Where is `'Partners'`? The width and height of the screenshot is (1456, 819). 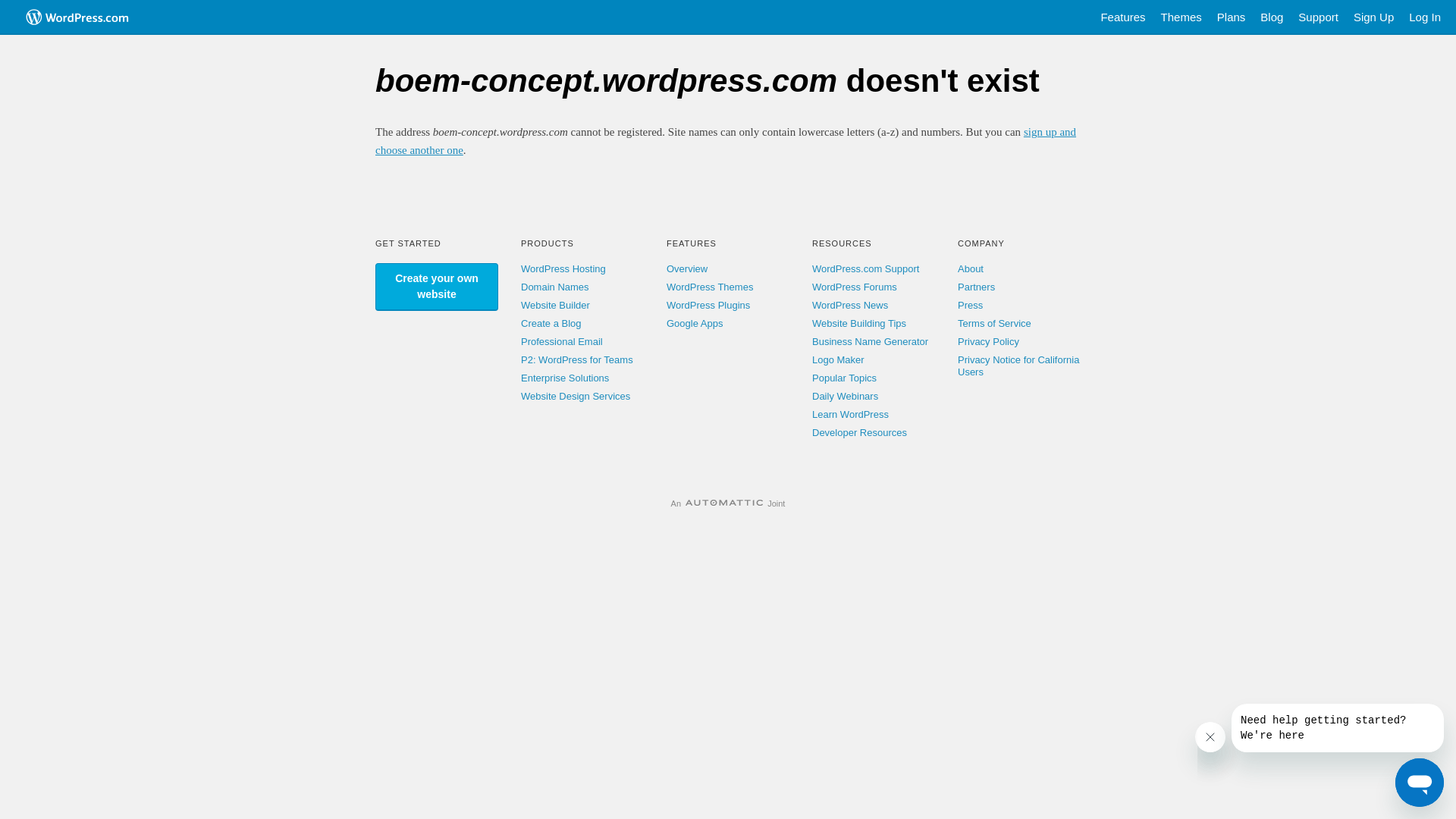
'Partners' is located at coordinates (976, 287).